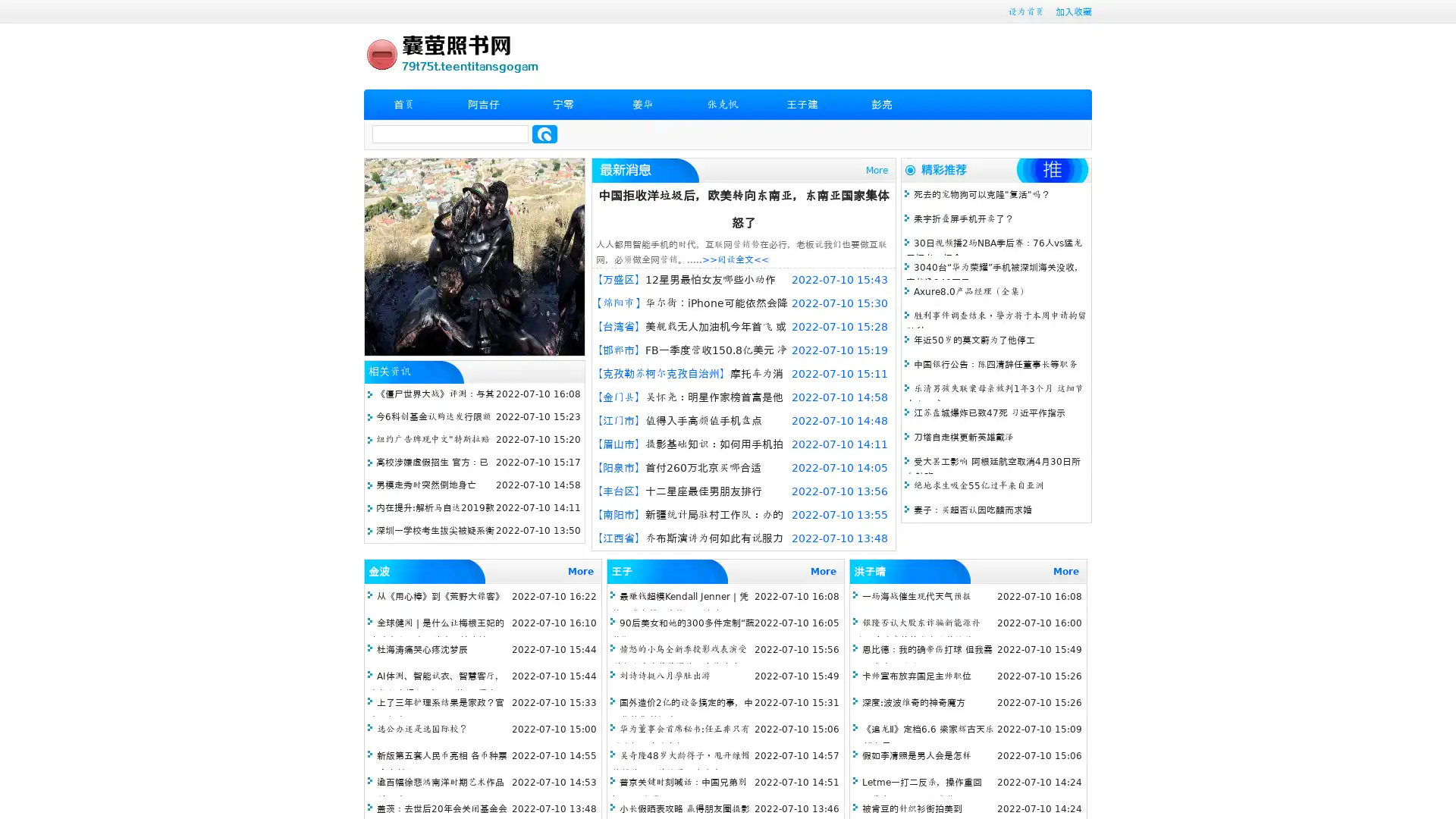  Describe the element at coordinates (544, 133) in the screenshot. I see `Search` at that location.